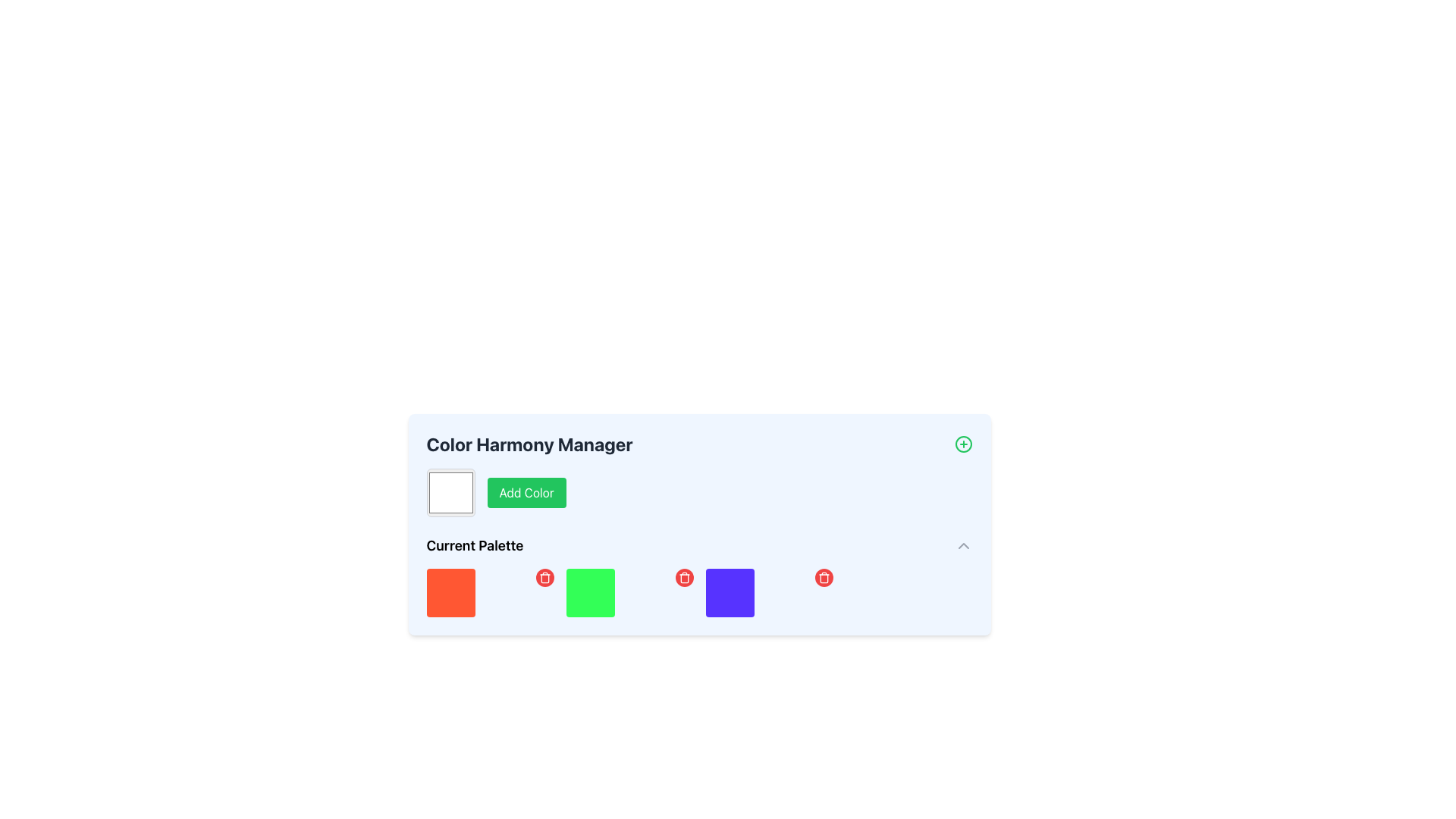 This screenshot has width=1456, height=819. I want to click on the circular green icon with a plus symbol at its center, located at the top-right corner of the 'Color Harmony Manager' section, so click(962, 444).